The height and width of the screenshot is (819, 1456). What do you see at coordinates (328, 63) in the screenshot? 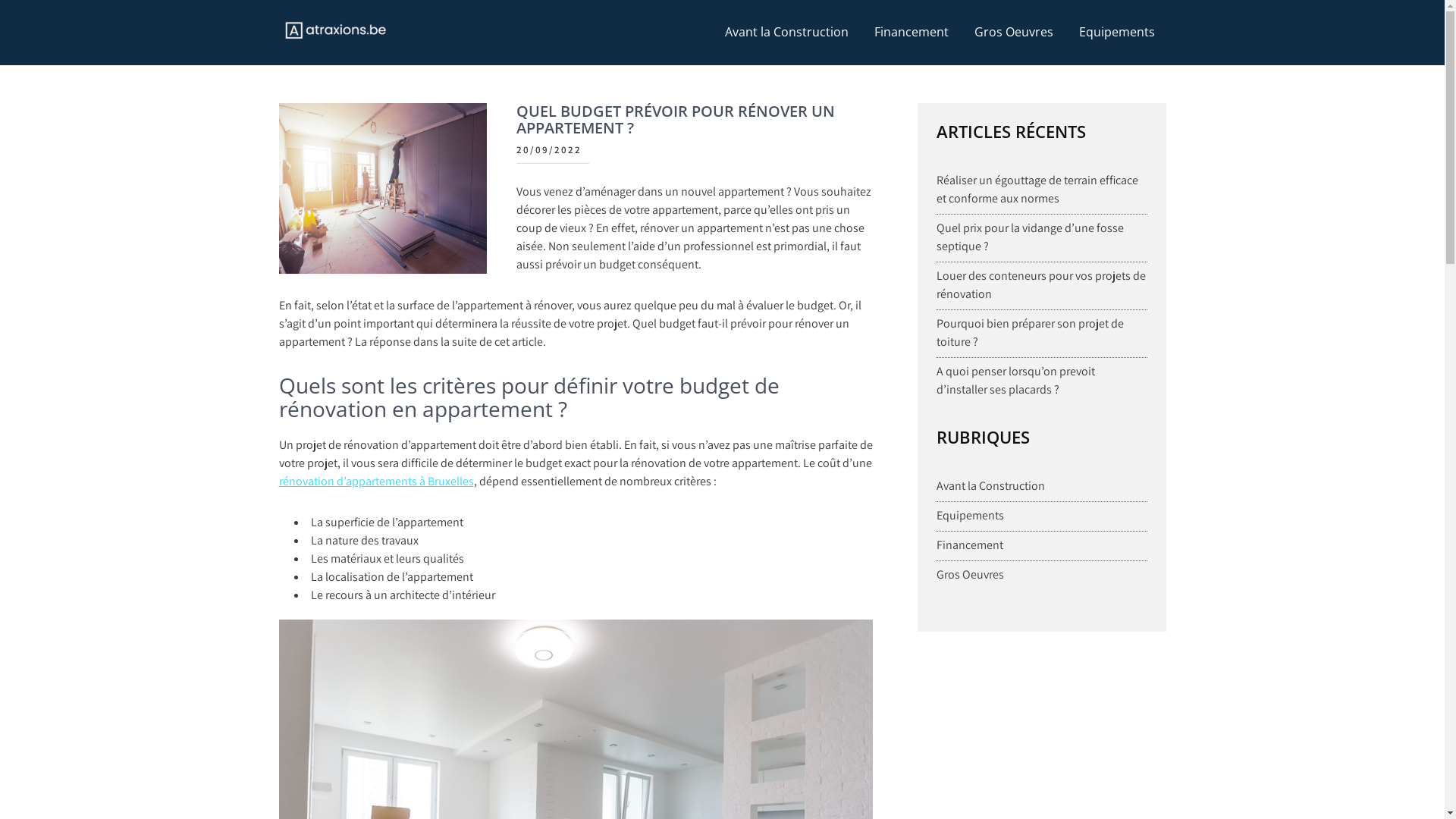
I see `'Atraxions'` at bounding box center [328, 63].